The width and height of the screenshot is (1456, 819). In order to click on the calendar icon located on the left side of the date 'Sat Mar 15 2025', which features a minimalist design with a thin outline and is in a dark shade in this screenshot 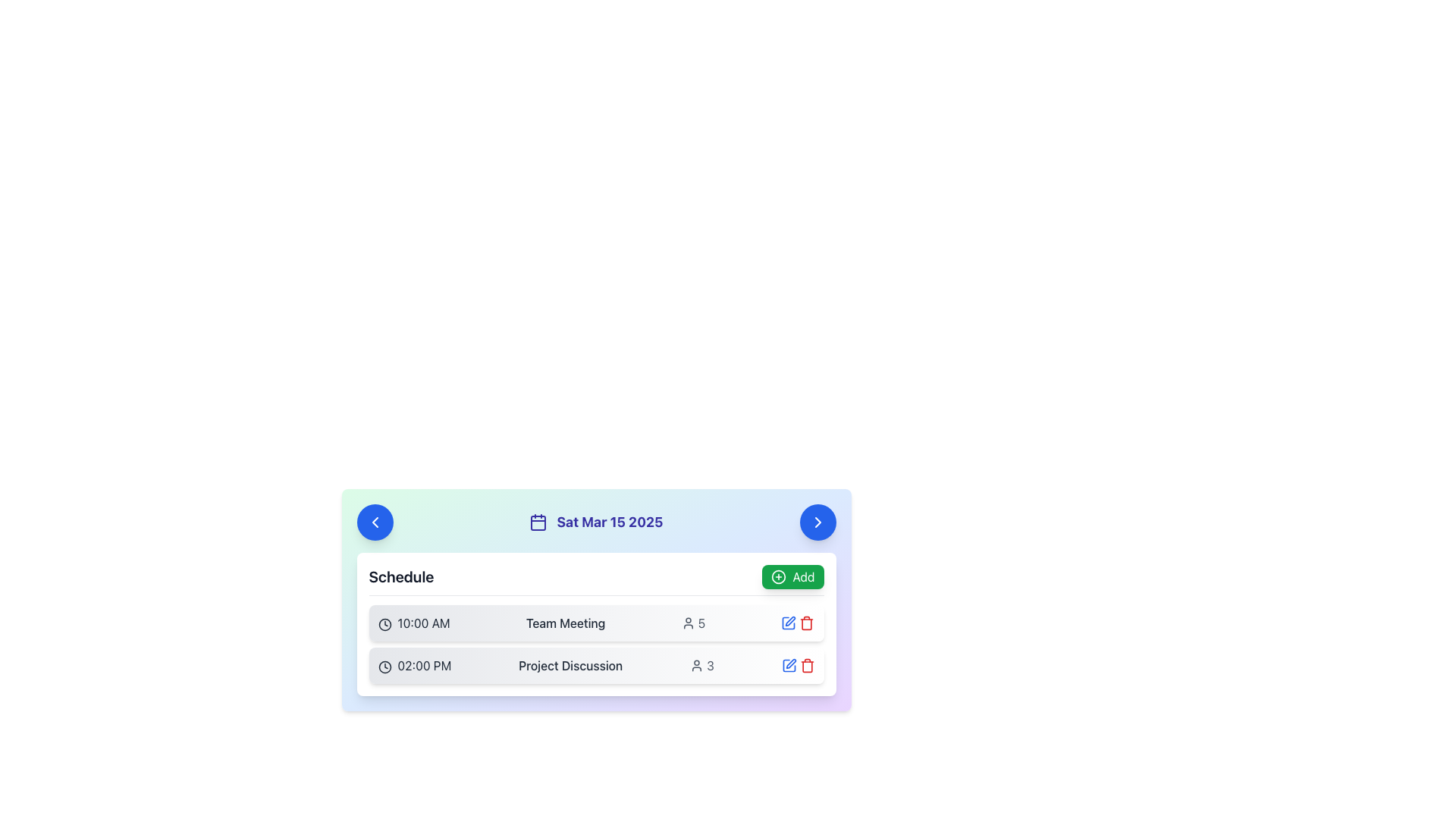, I will do `click(538, 522)`.